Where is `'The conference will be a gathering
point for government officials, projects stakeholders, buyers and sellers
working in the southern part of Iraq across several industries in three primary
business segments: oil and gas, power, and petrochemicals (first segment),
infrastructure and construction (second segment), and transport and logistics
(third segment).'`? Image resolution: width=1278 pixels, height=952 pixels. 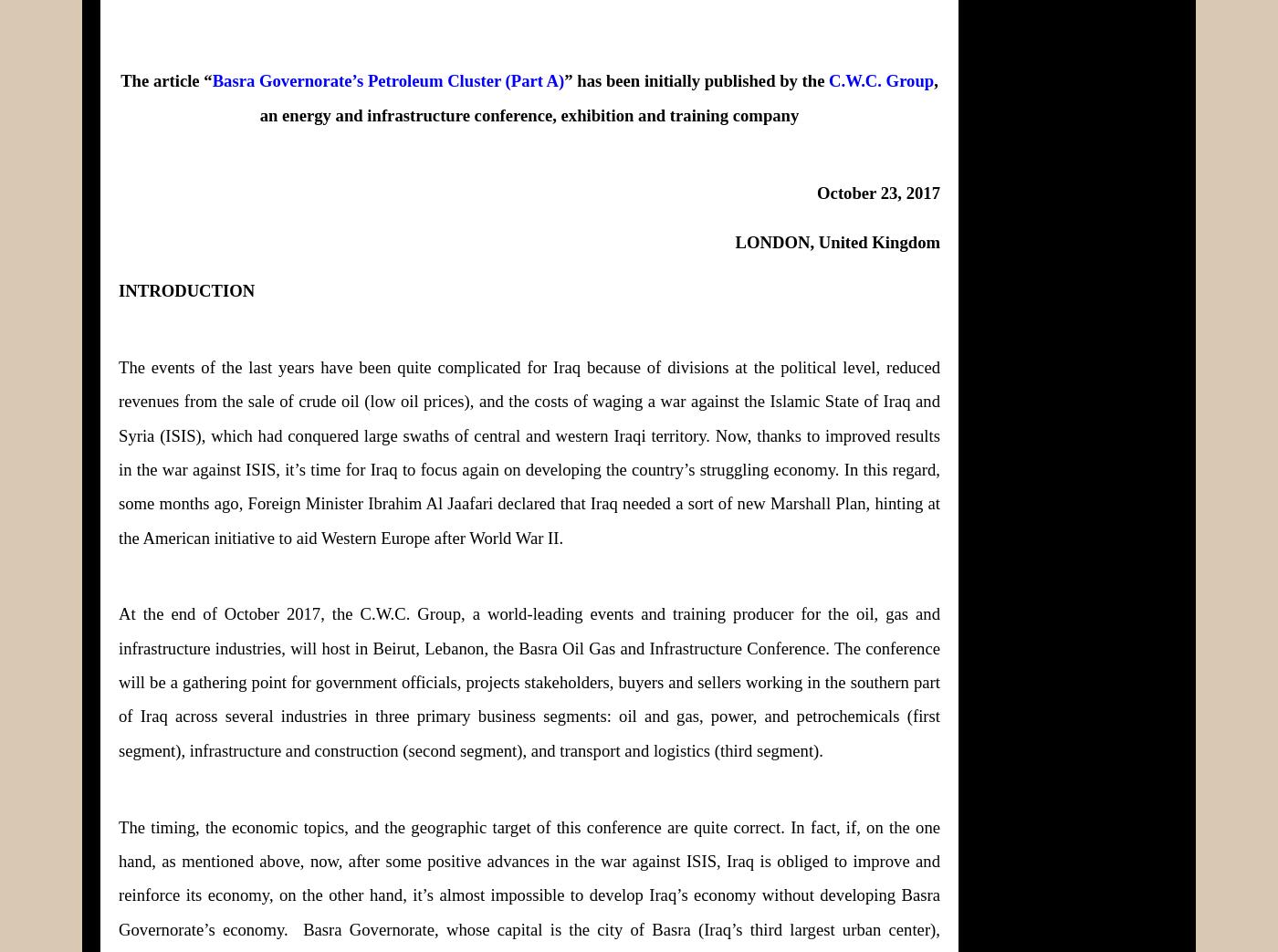
'The conference will be a gathering
point for government officials, projects stakeholders, buyers and sellers
working in the southern part of Iraq across several industries in three primary
business segments: oil and gas, power, and petrochemicals (first segment),
infrastructure and construction (second segment), and transport and logistics
(third segment).' is located at coordinates (119, 697).